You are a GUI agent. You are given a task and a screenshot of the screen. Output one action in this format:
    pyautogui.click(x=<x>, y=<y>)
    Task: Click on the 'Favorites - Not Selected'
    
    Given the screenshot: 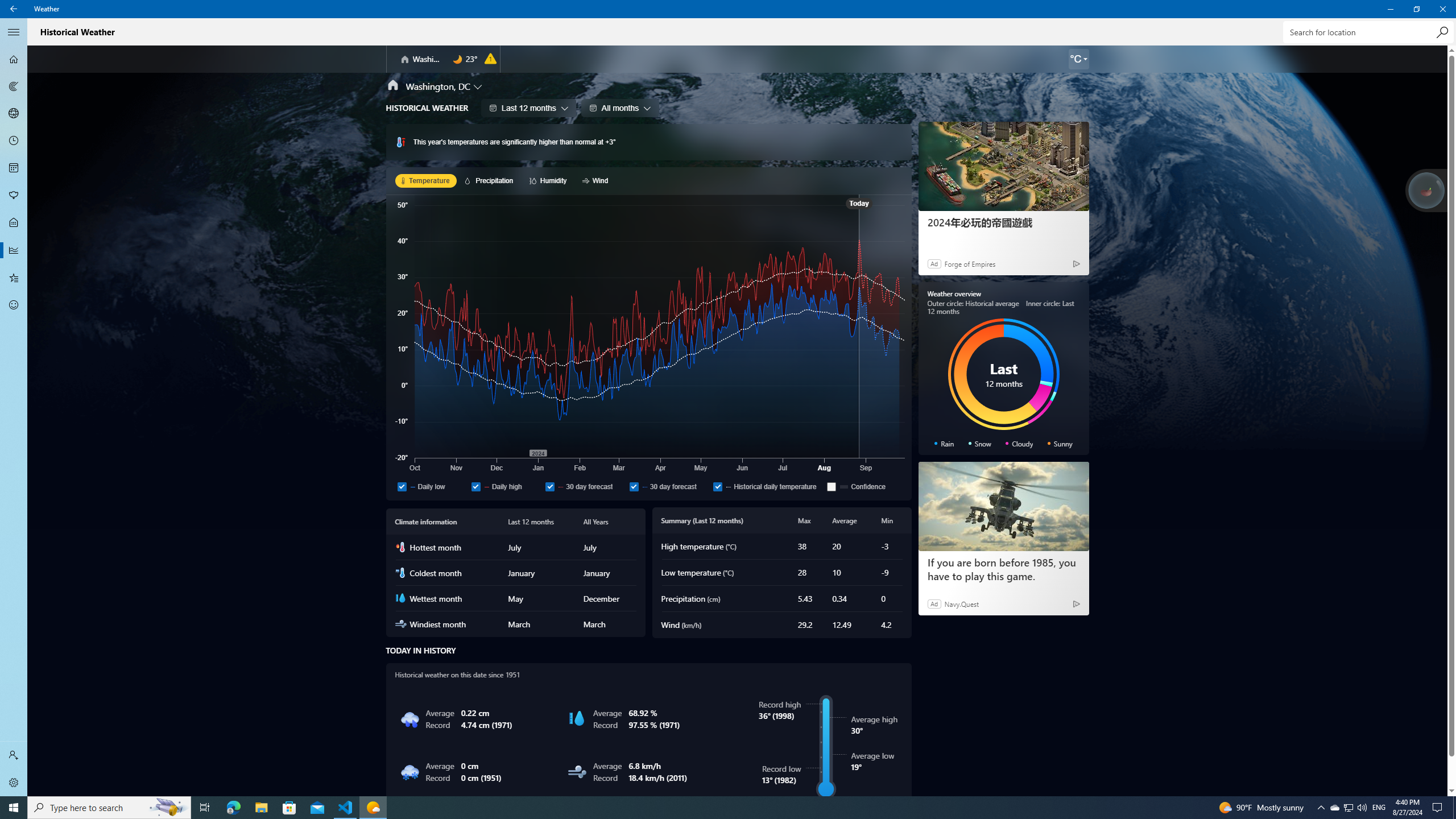 What is the action you would take?
    pyautogui.click(x=14, y=277)
    